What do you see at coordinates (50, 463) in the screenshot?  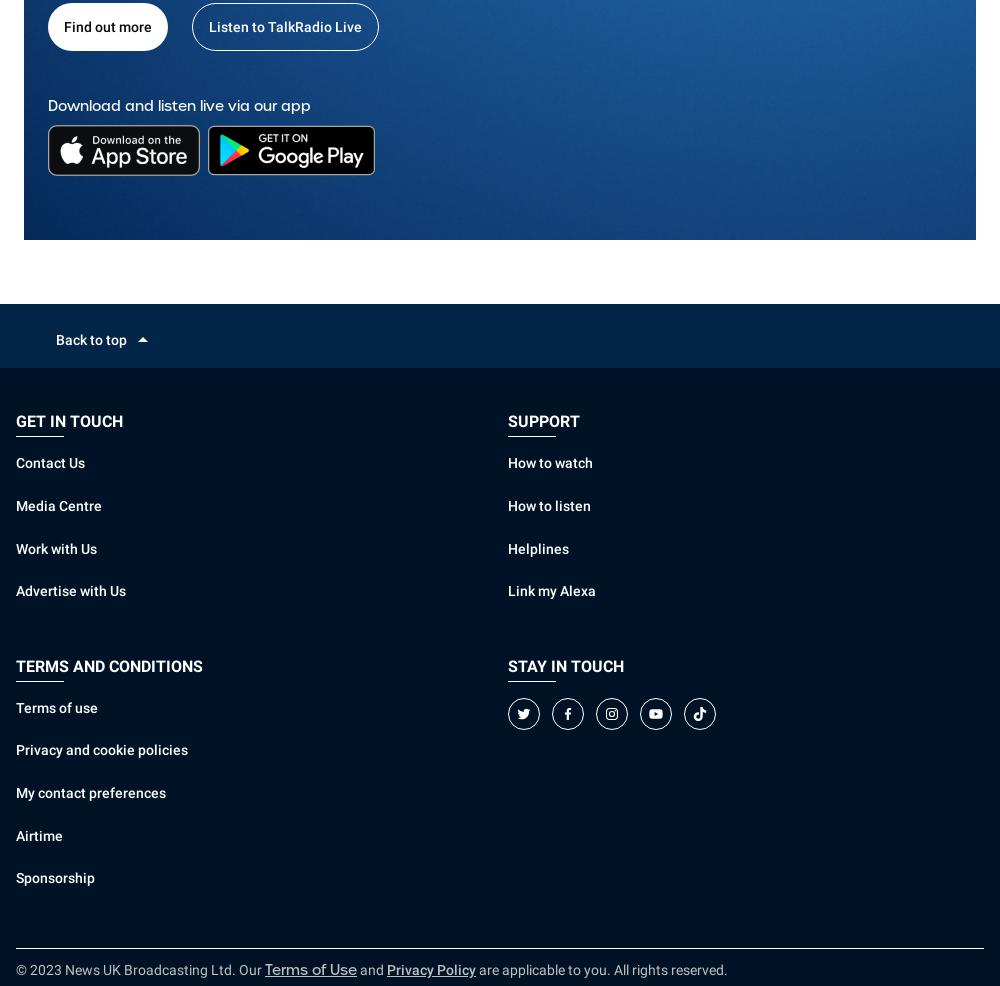 I see `'Contact Us'` at bounding box center [50, 463].